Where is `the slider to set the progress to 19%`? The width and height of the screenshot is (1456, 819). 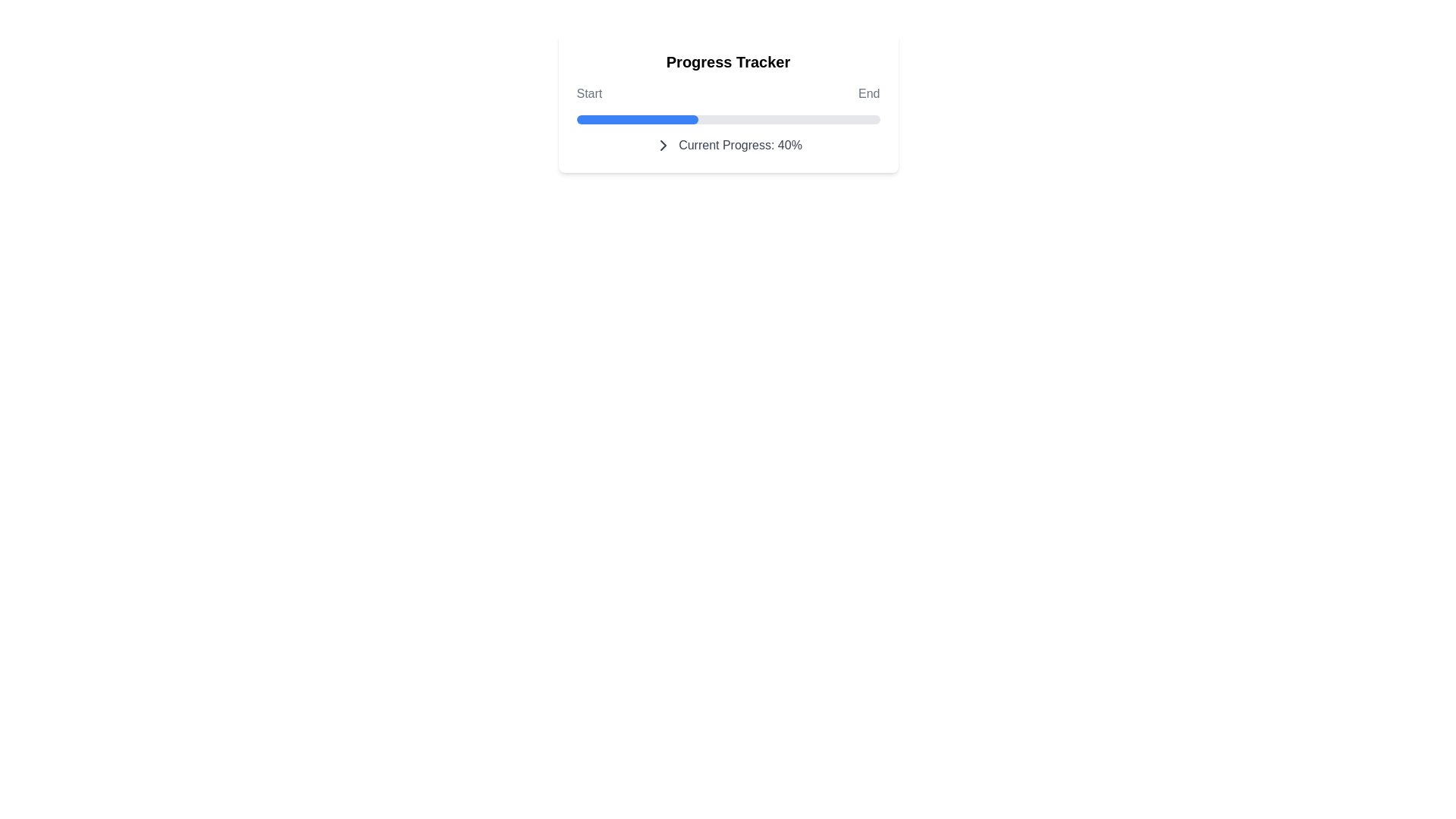 the slider to set the progress to 19% is located at coordinates (786, 119).